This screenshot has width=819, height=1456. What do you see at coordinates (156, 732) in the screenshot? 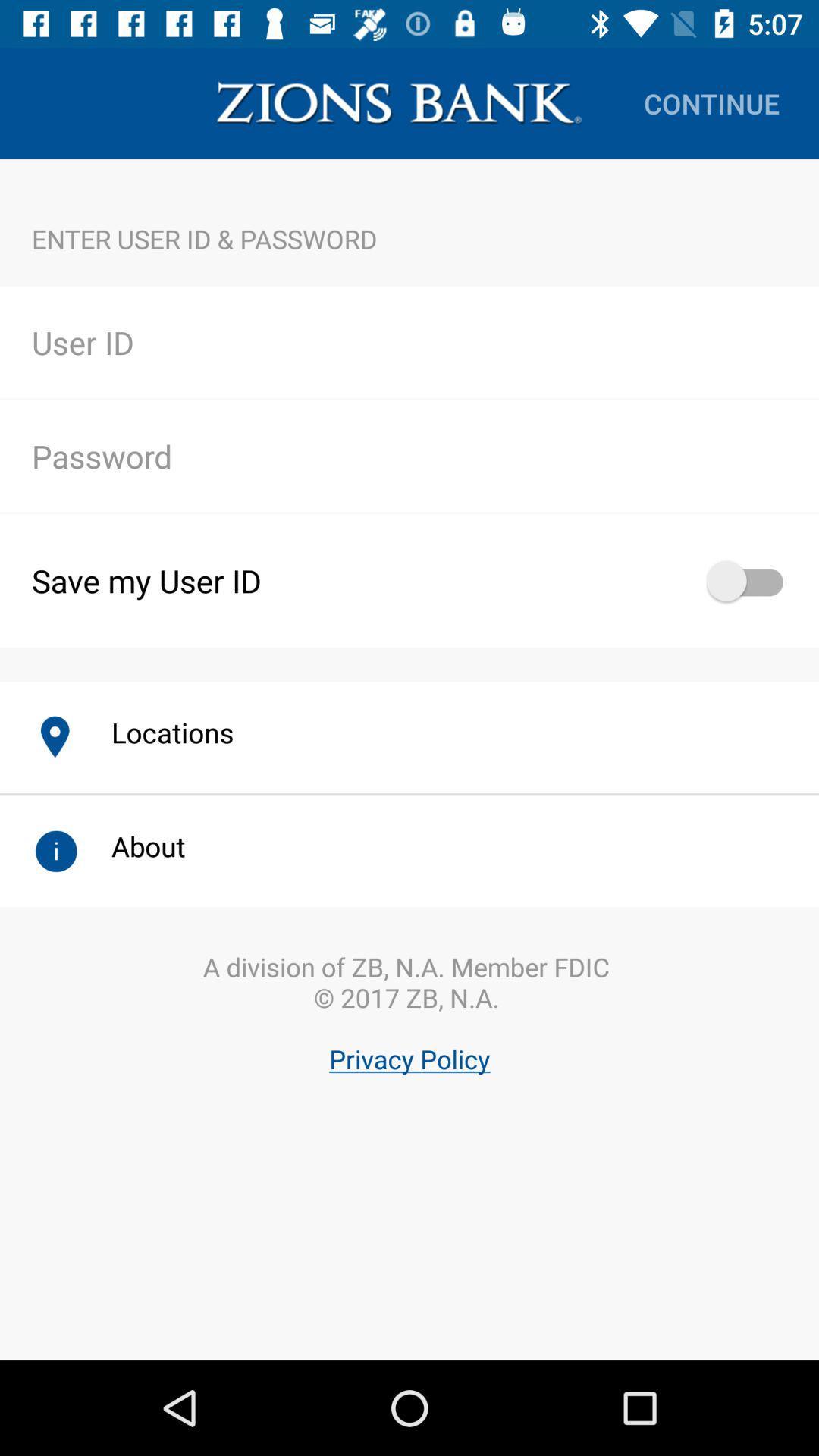
I see `locations app` at bounding box center [156, 732].